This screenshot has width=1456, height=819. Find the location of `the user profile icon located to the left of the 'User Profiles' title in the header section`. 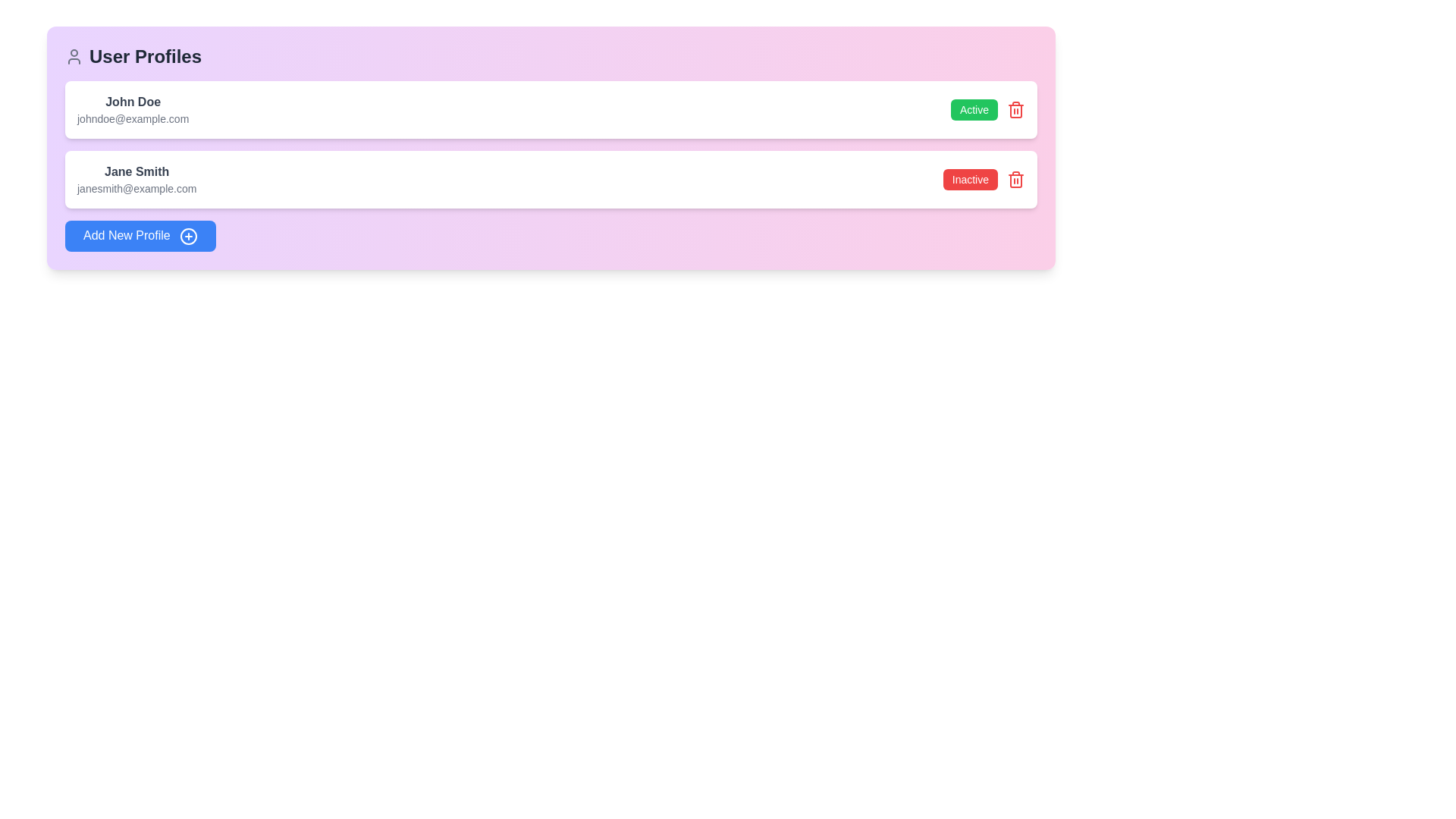

the user profile icon located to the left of the 'User Profiles' title in the header section is located at coordinates (73, 55).